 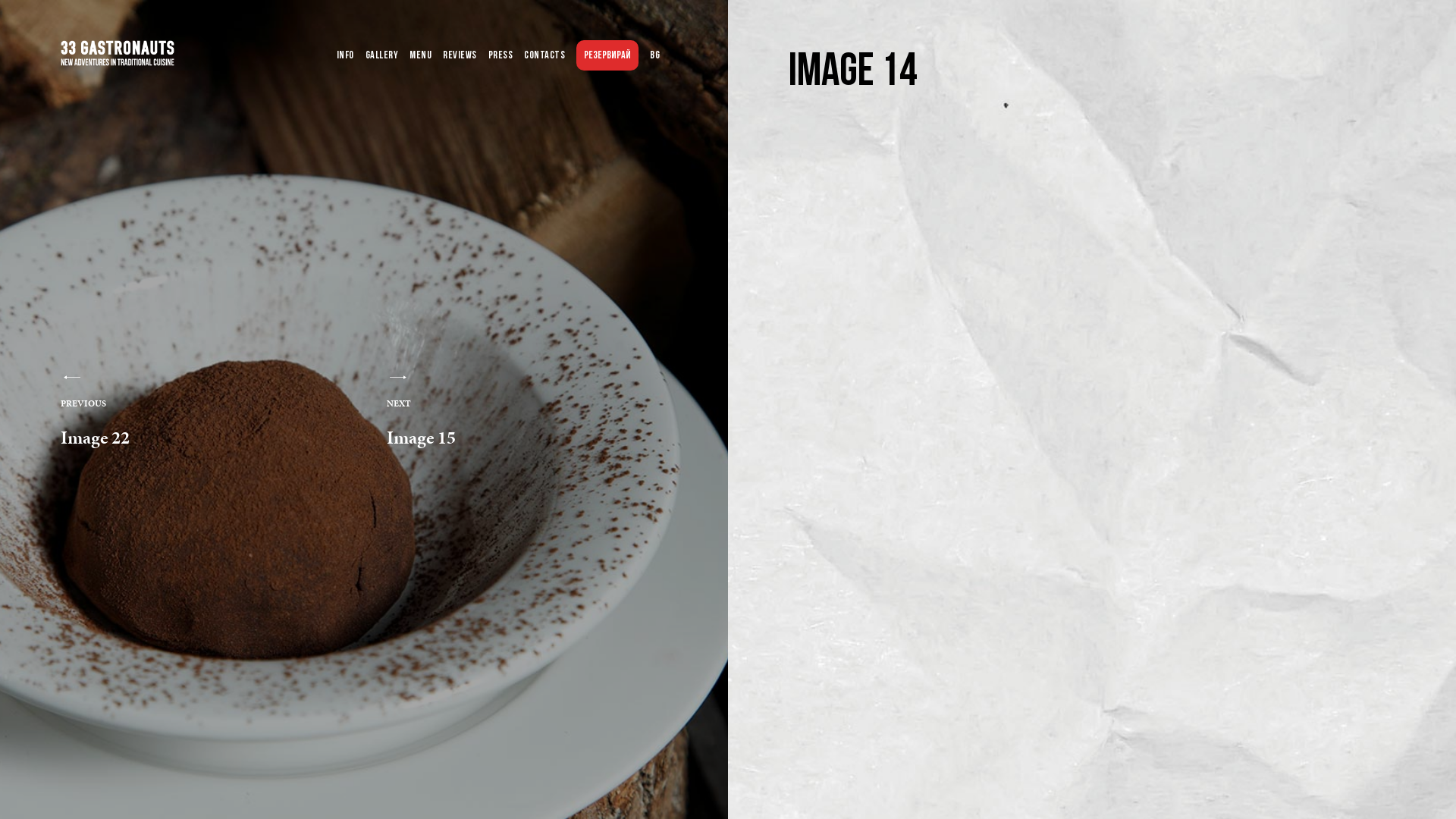 What do you see at coordinates (0, 0) in the screenshot?
I see `'Skip to content'` at bounding box center [0, 0].